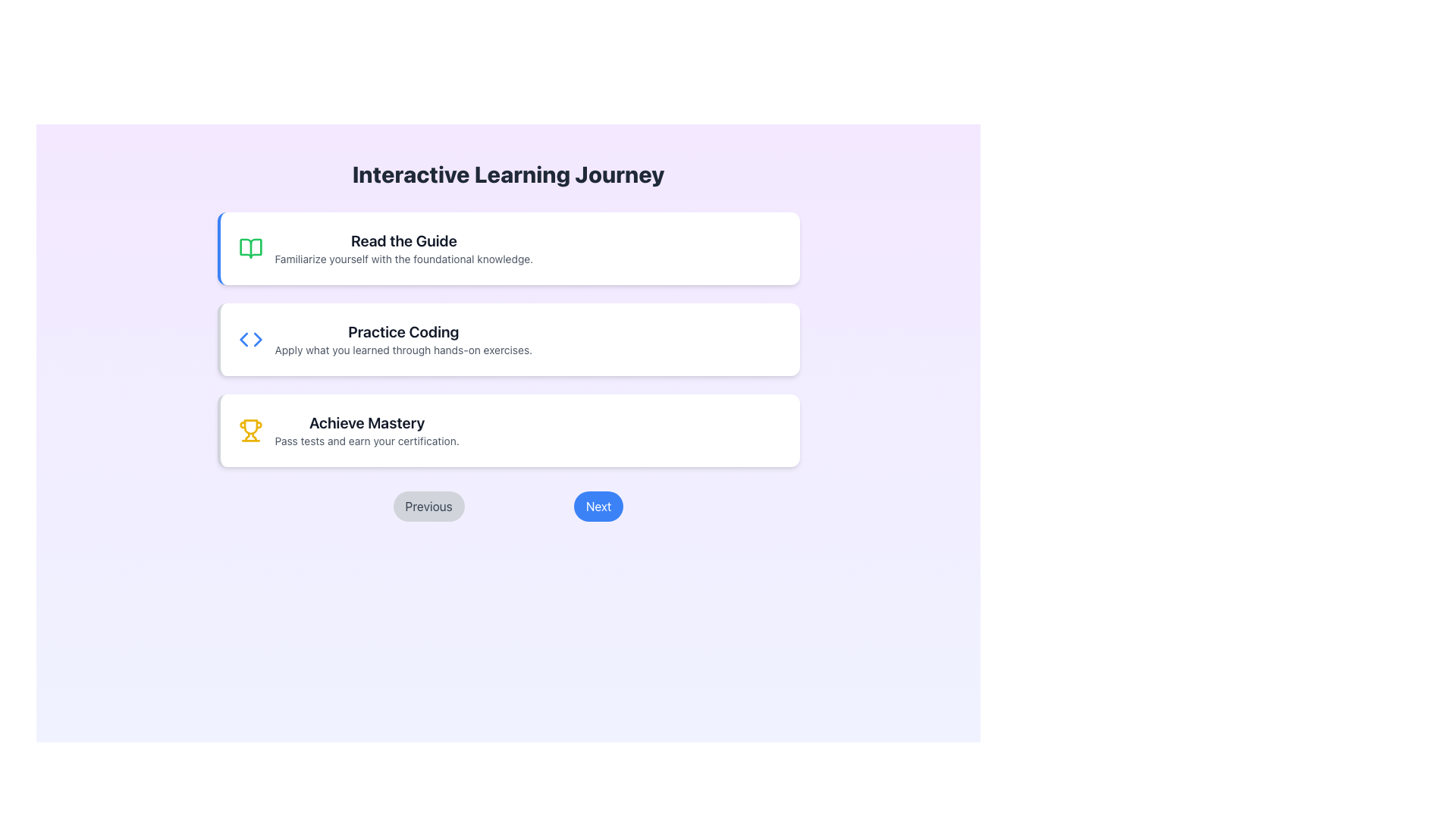 The image size is (1456, 819). Describe the element at coordinates (367, 430) in the screenshot. I see `the text element that reads 'Achieve Mastery' and its subheading 'Pass tests and earn your certification' as part of navigation` at that location.